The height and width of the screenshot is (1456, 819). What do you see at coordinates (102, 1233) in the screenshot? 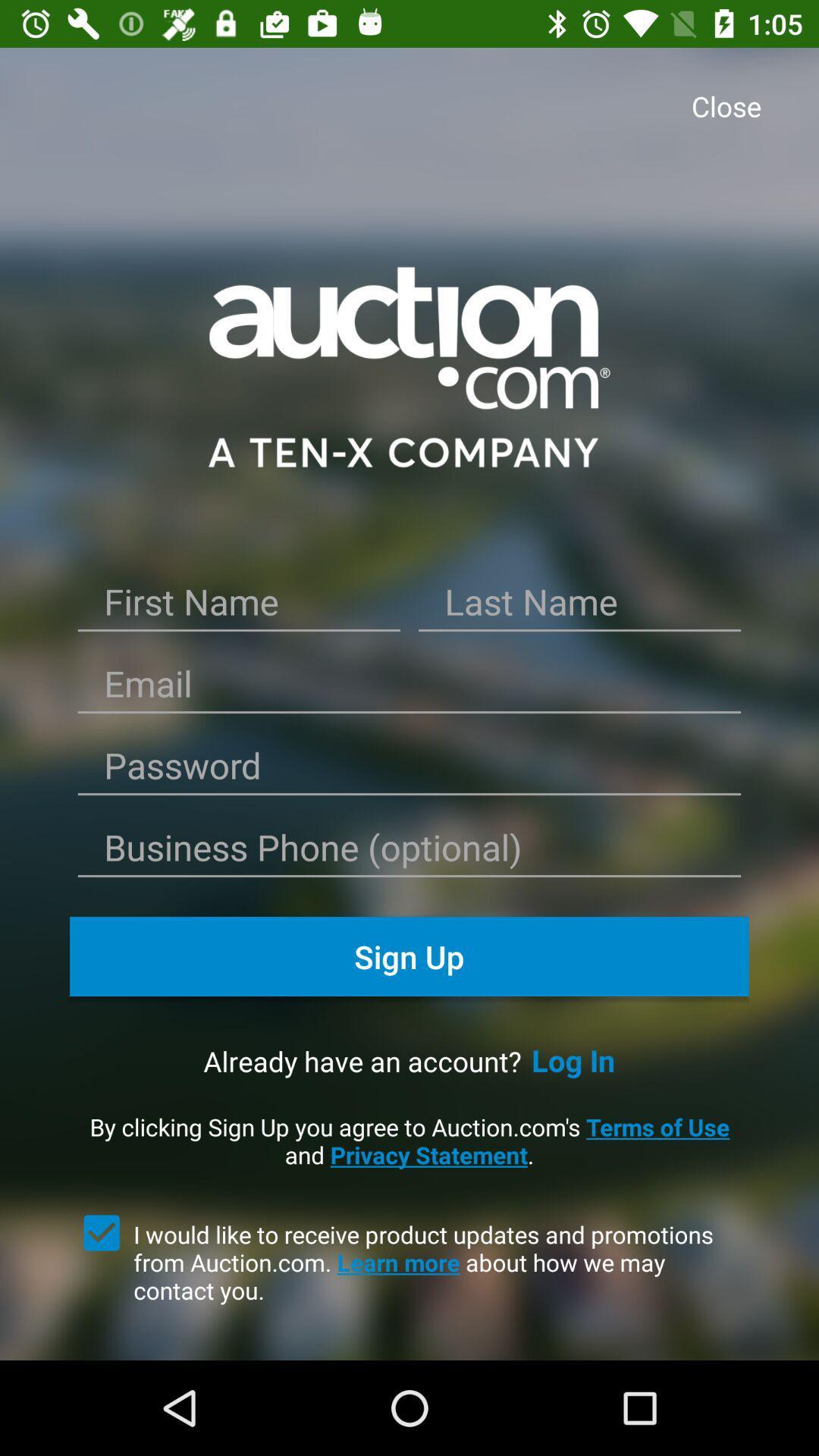
I see `item to the left of i would like item` at bounding box center [102, 1233].